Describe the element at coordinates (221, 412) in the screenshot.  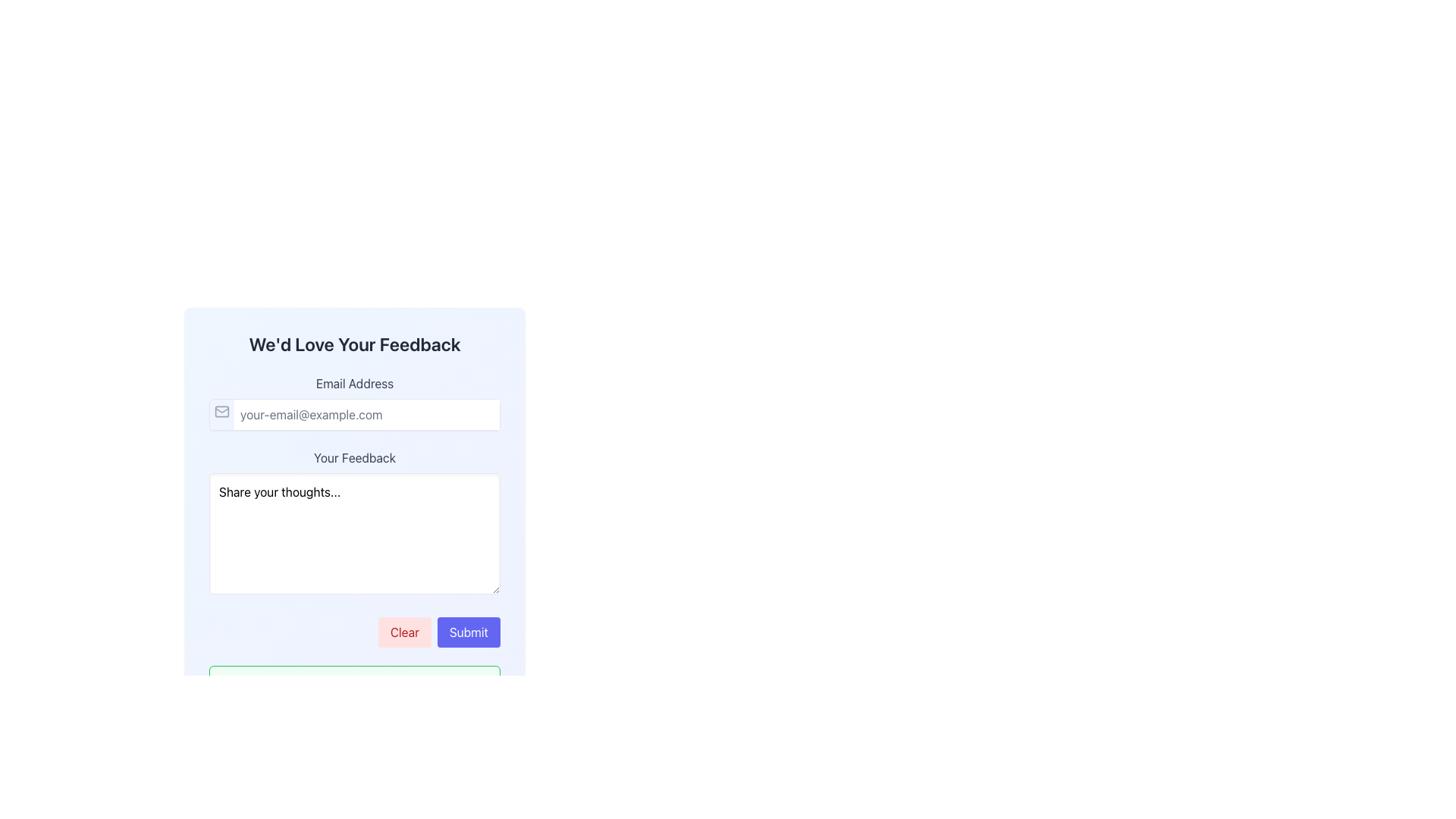
I see `the email icon located to the left of the email input field, which visually represents the email concept` at that location.